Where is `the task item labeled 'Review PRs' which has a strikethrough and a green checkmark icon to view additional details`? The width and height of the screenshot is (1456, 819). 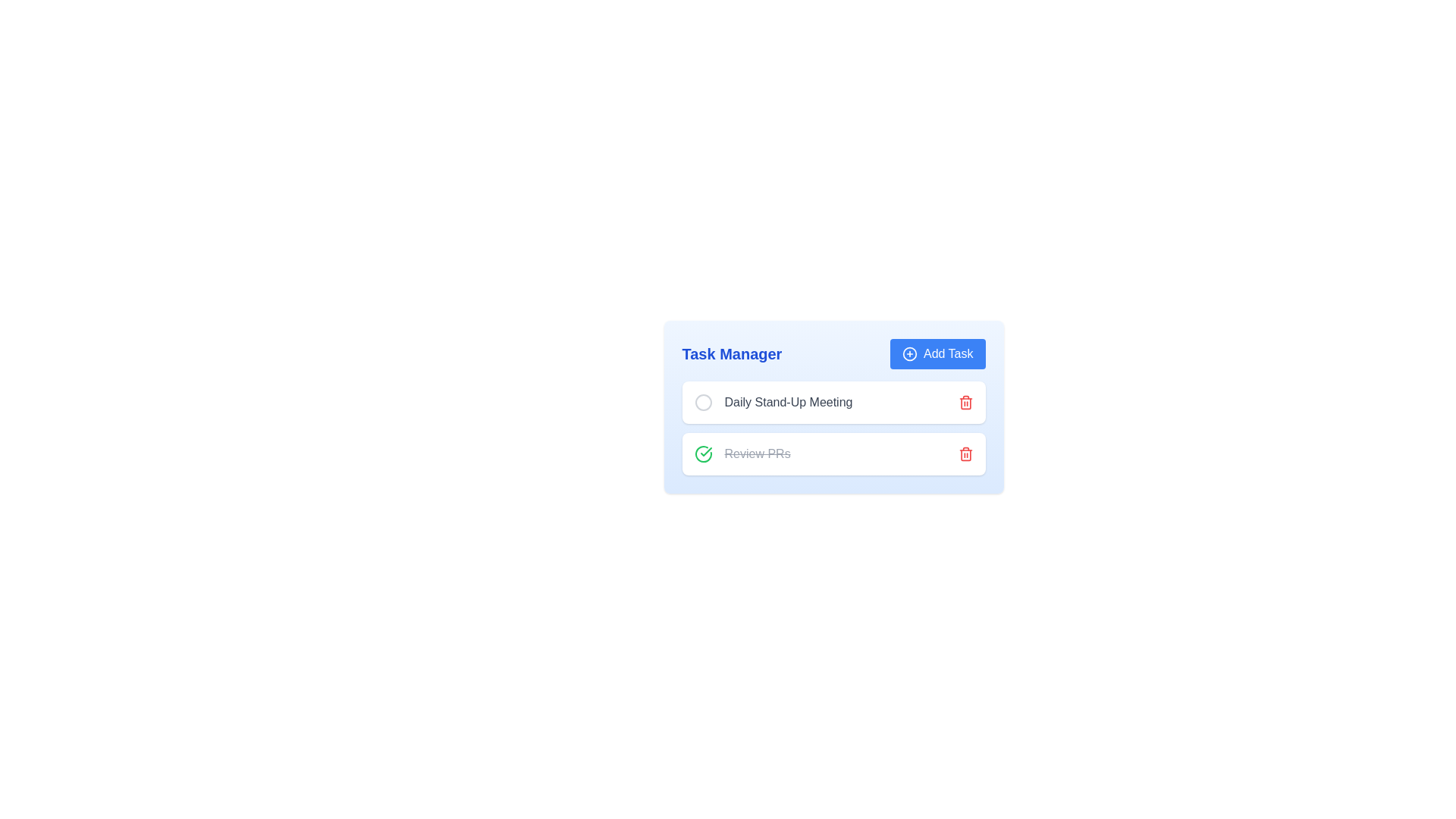 the task item labeled 'Review PRs' which has a strikethrough and a green checkmark icon to view additional details is located at coordinates (742, 453).